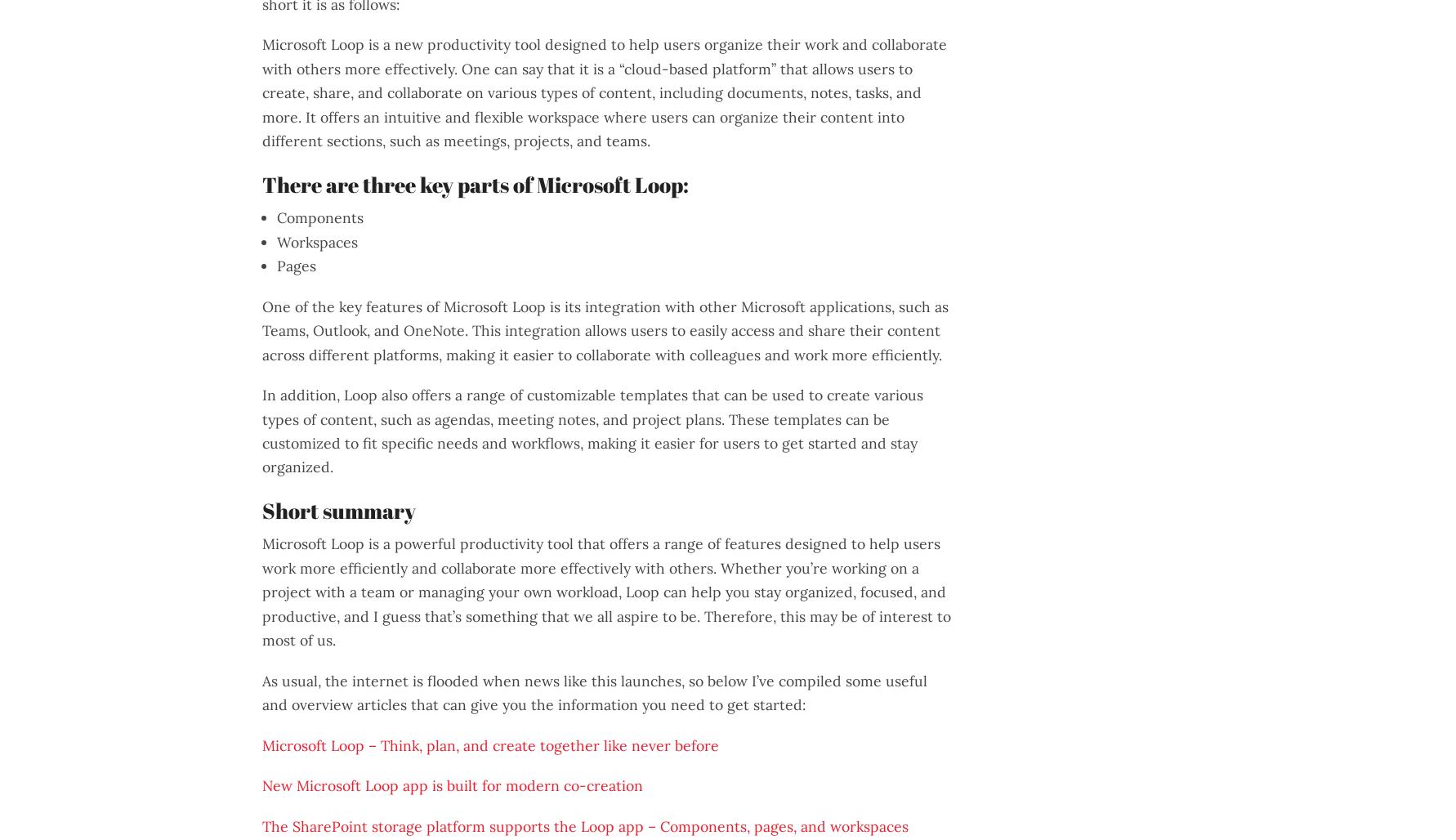 The height and width of the screenshot is (840, 1456). What do you see at coordinates (605, 92) in the screenshot?
I see `'Microsoft Loop is a new productivity tool designed to help users organize their work and collaborate with others more effectively. One can say that it is a “cloud-based platform” that allows users to create, share, and collaborate on various types of content, including documents, notes, tasks, and more. It offers an intuitive and flexible workspace where users can organize their content into different sections, such as meetings, projects, and teams.'` at bounding box center [605, 92].